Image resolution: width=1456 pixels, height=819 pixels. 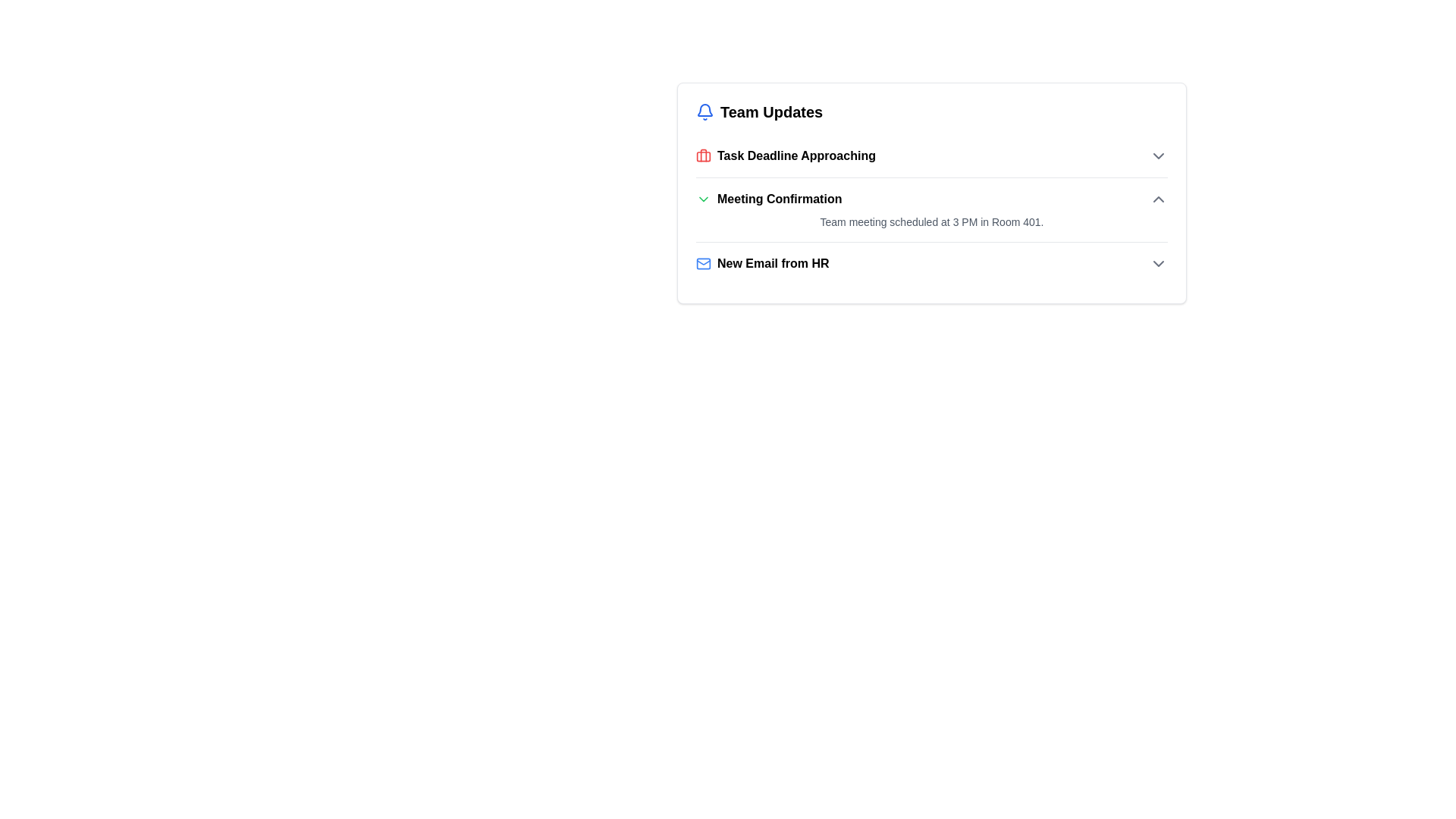 I want to click on the text label displaying 'New Email from HR' located in the bottom section of the 'Team Updates' list, positioned to the right of the email icon, so click(x=773, y=262).